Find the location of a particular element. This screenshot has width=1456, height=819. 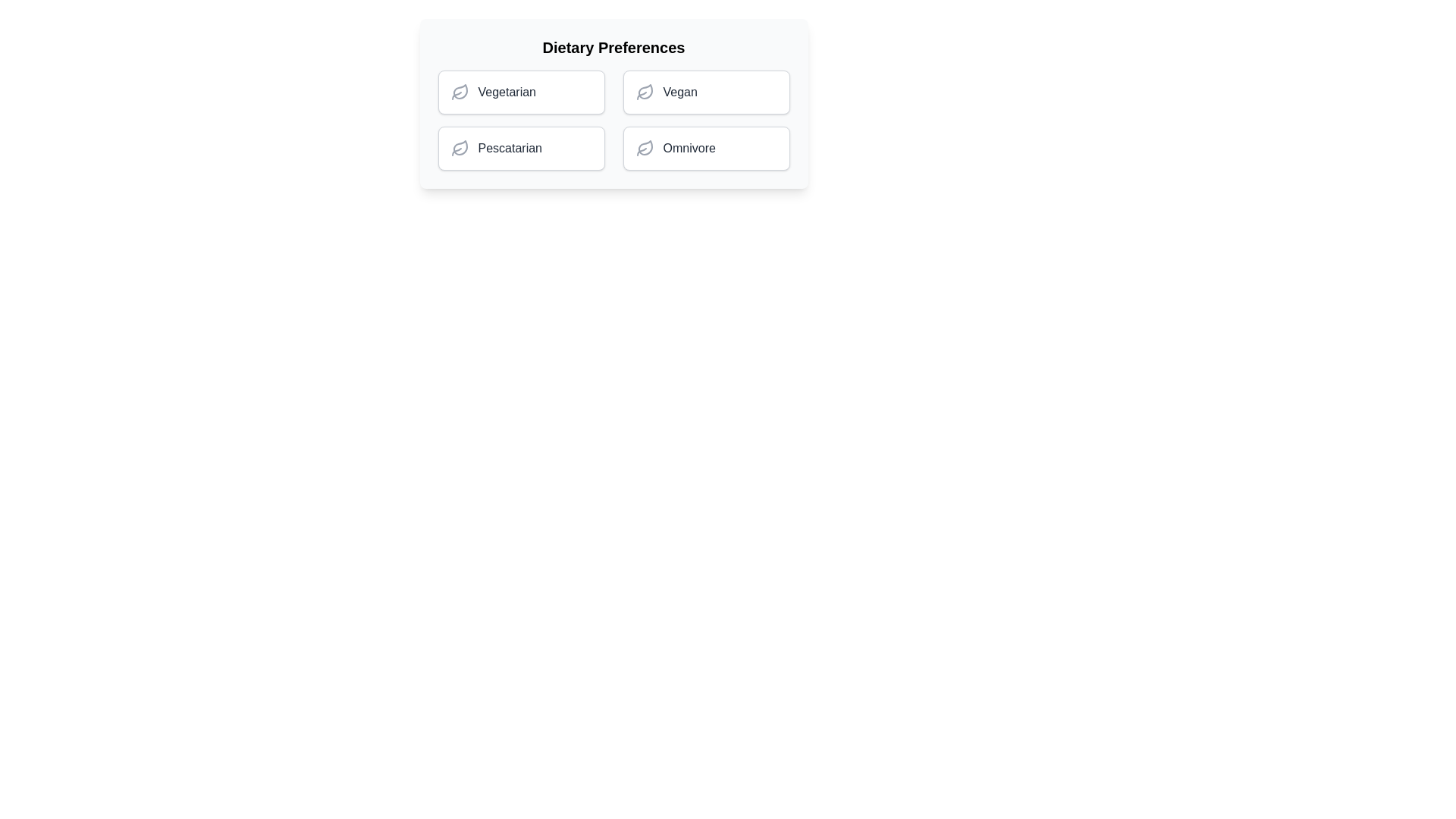

the text label describing the dietary preference option located in the top-left quadrant of the 'Dietary Preferences' section, positioned beneath an icon is located at coordinates (507, 93).